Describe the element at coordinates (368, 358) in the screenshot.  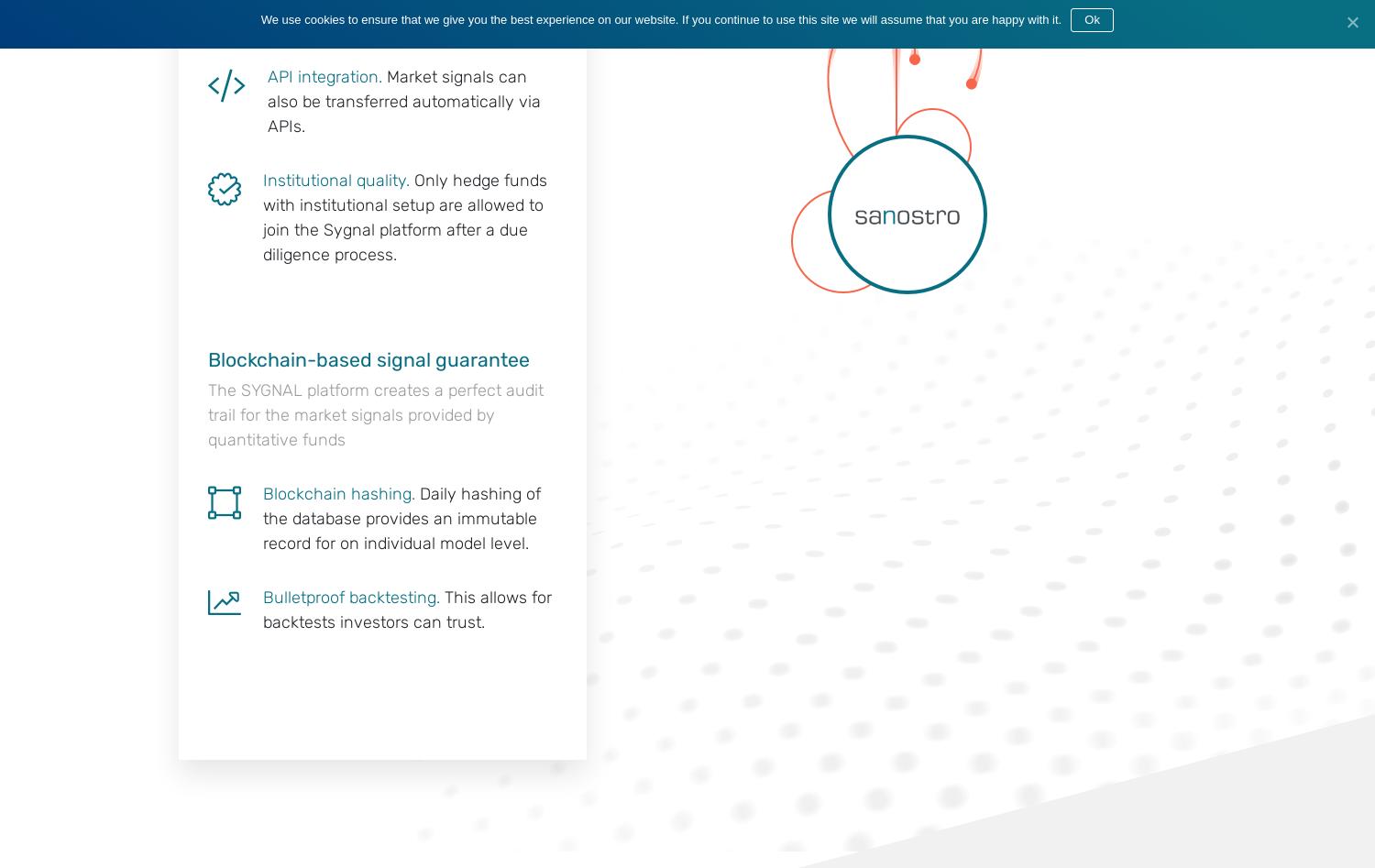
I see `'Blockchain-based signal guarantee'` at that location.